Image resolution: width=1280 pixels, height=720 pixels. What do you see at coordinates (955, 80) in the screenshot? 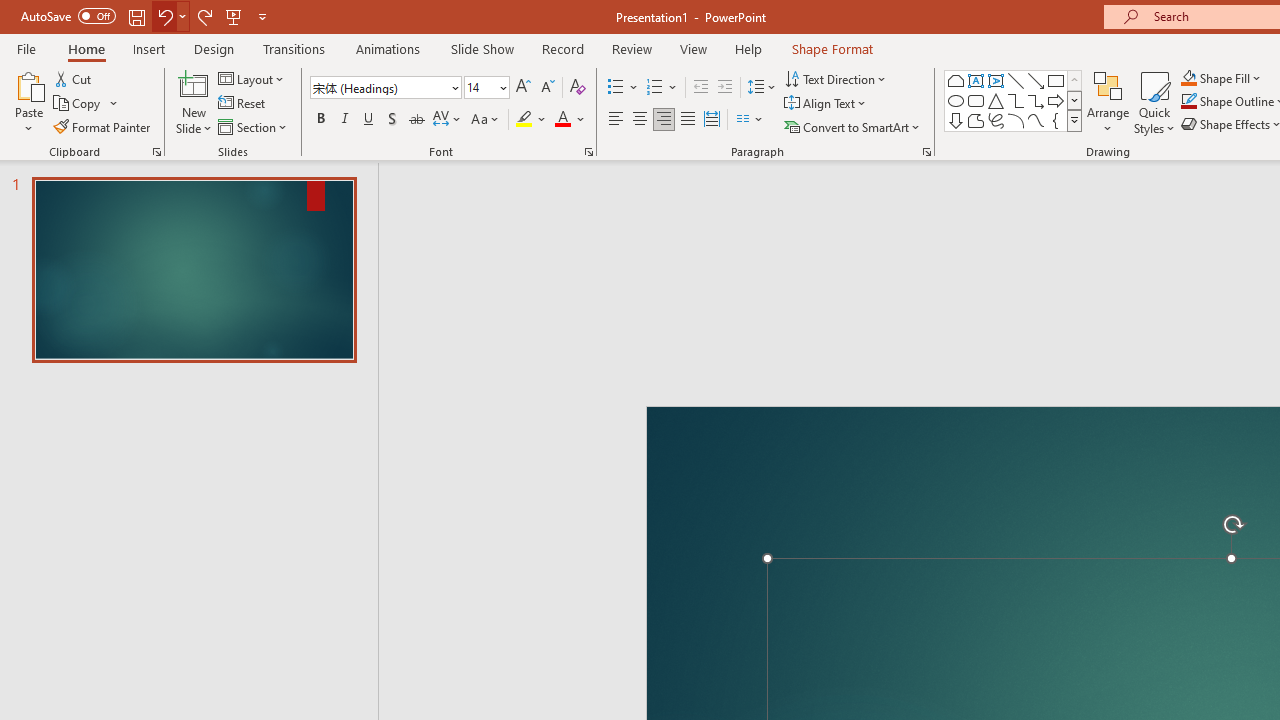
I see `'Rectangle: Top Corners Snipped'` at bounding box center [955, 80].